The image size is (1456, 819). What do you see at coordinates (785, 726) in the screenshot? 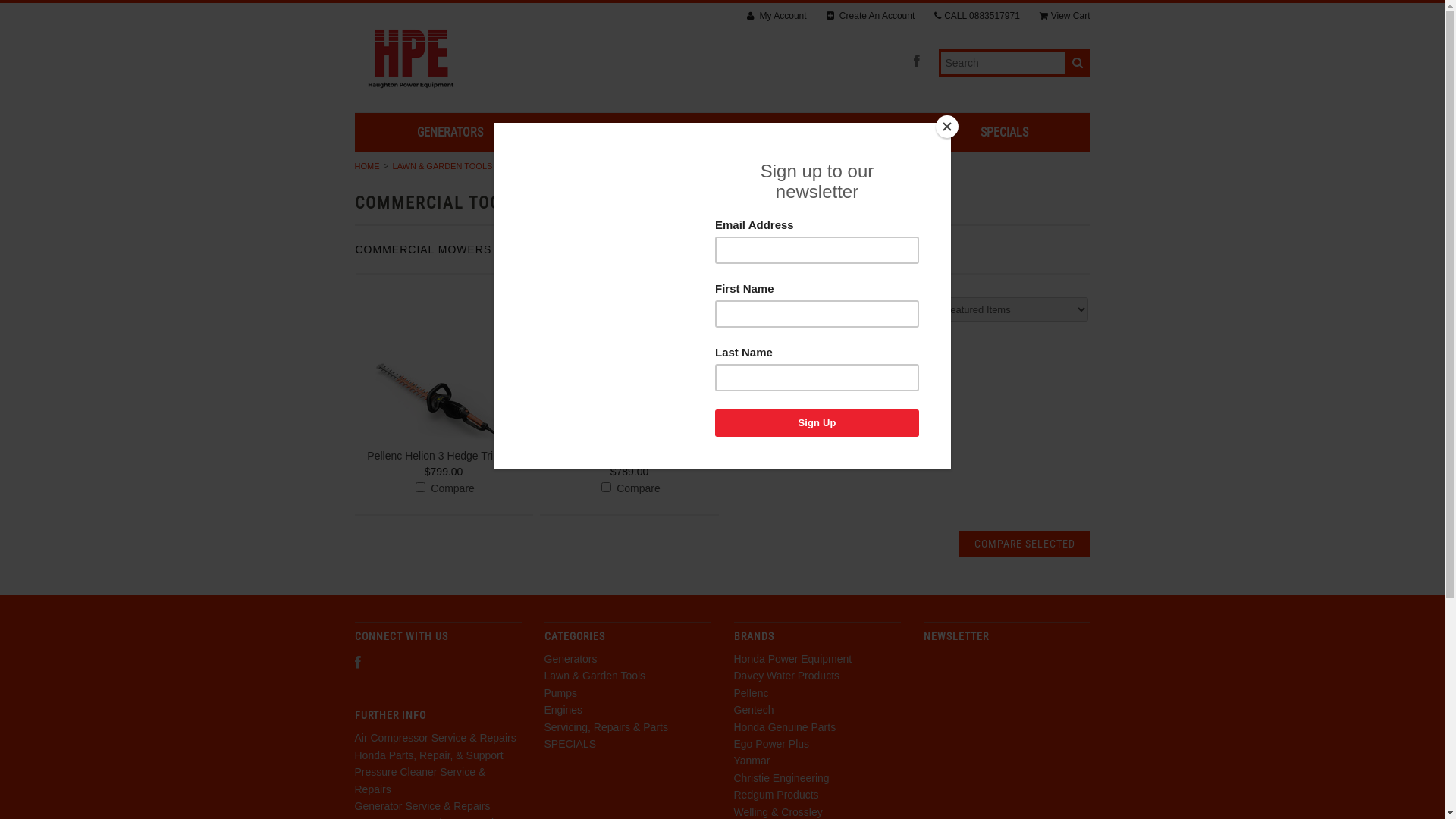
I see `'Honda Genuine Parts'` at bounding box center [785, 726].